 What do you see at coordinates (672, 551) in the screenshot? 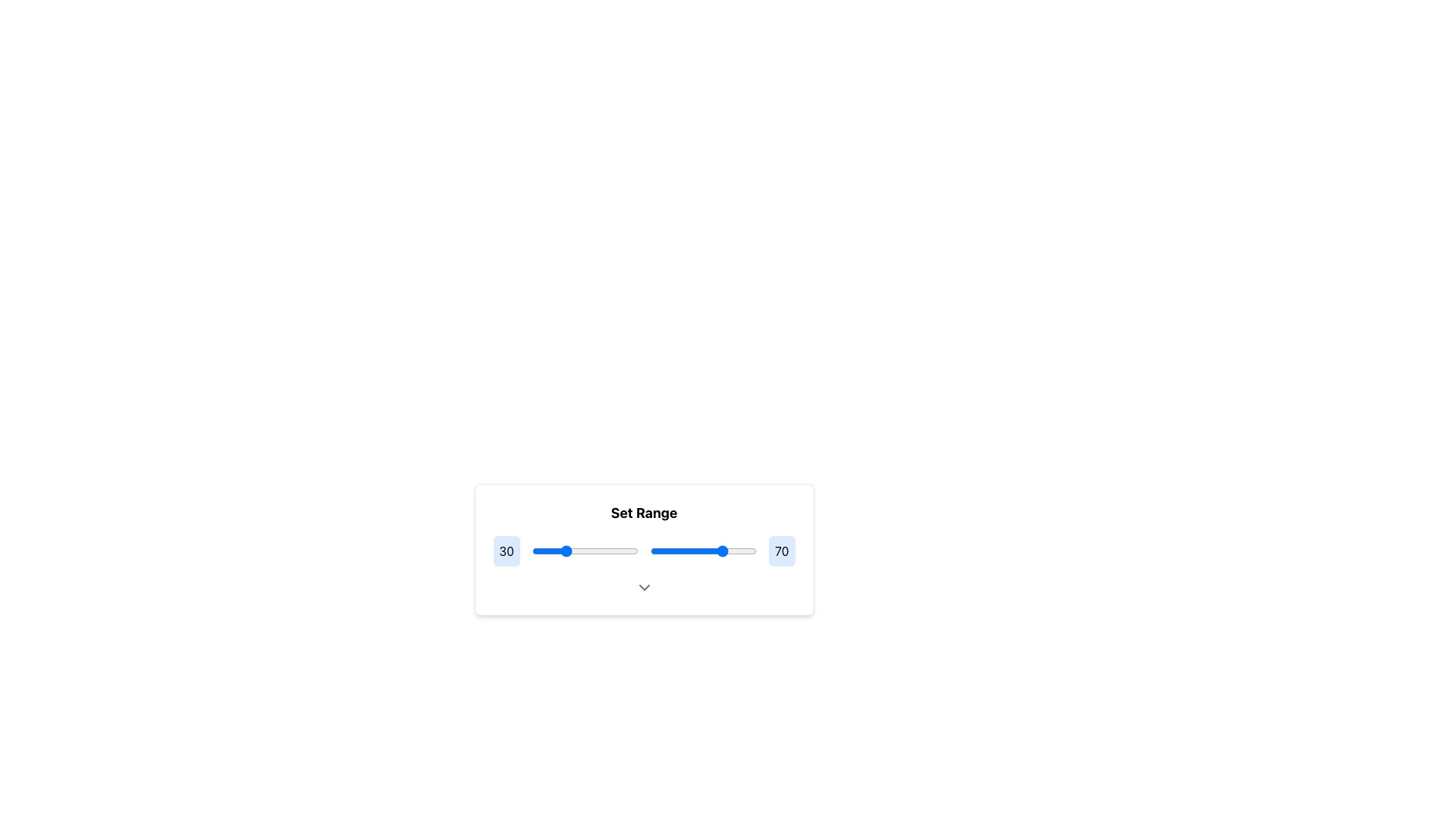
I see `the slider value` at bounding box center [672, 551].